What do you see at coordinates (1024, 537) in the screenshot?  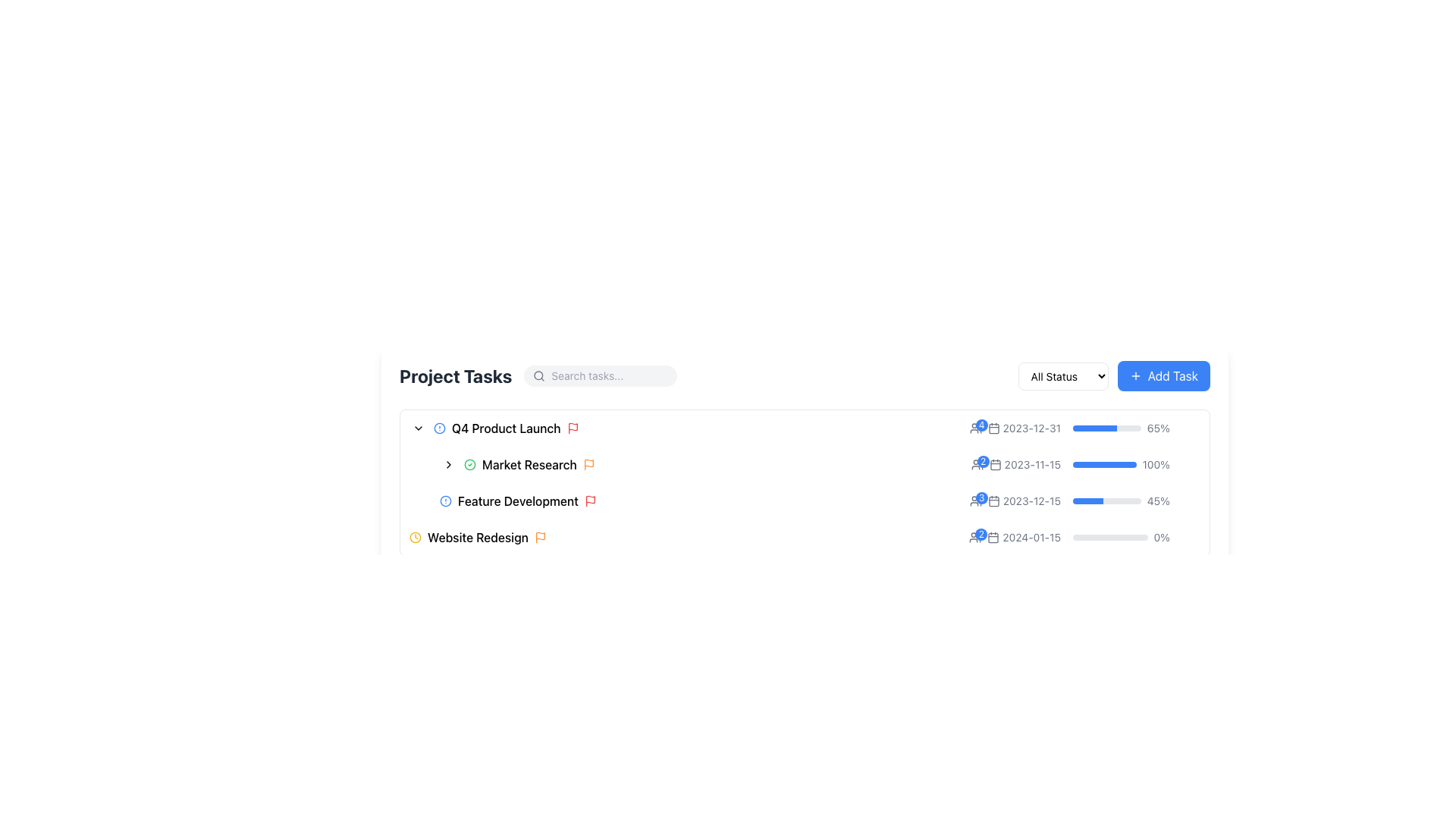 I see `the Date display element that shows '2024-01-15' with a calendar icon, styled in a small gray font, located in the fourth row of the task list` at bounding box center [1024, 537].